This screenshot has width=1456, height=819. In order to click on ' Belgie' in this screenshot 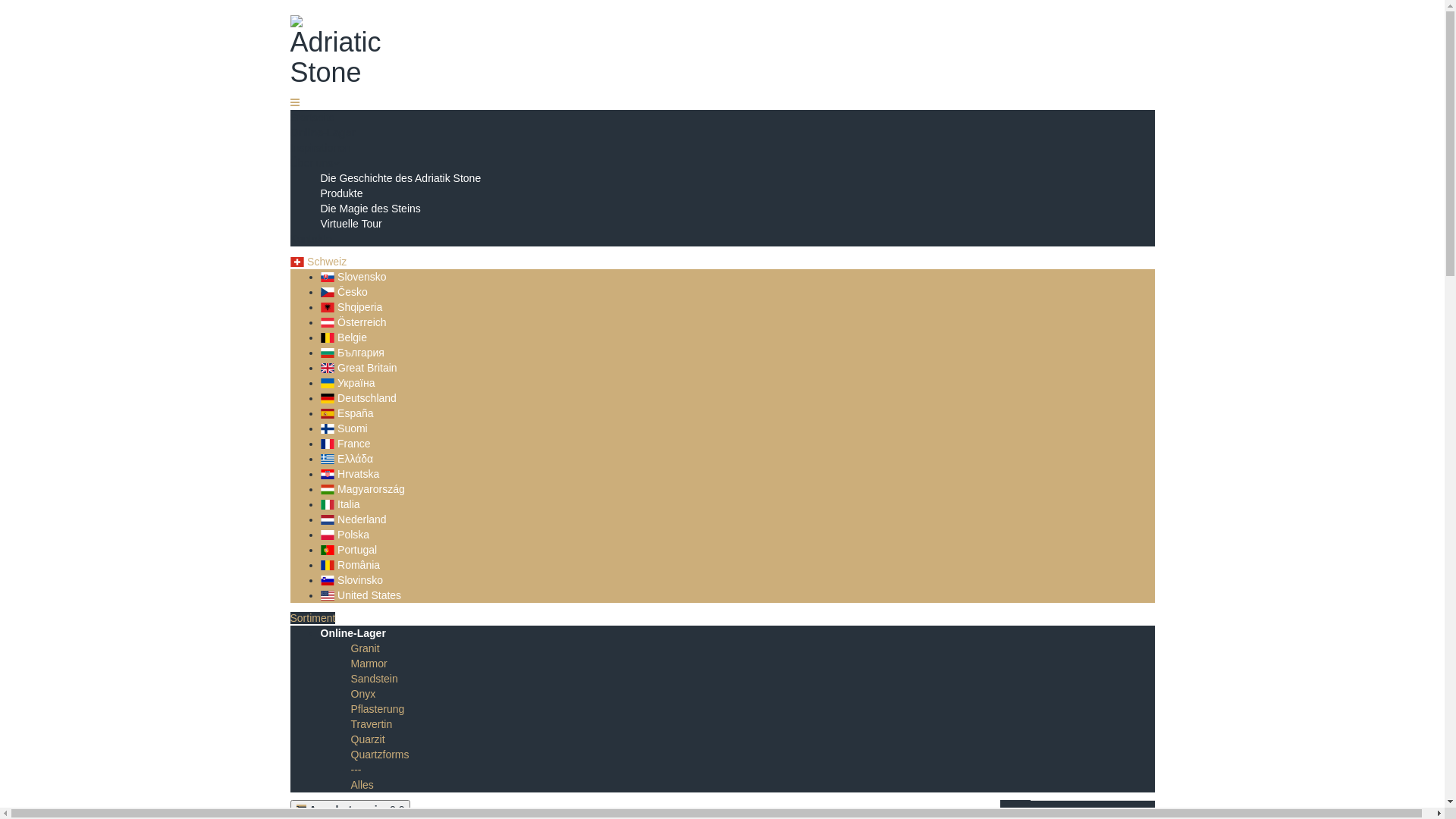, I will do `click(342, 336)`.